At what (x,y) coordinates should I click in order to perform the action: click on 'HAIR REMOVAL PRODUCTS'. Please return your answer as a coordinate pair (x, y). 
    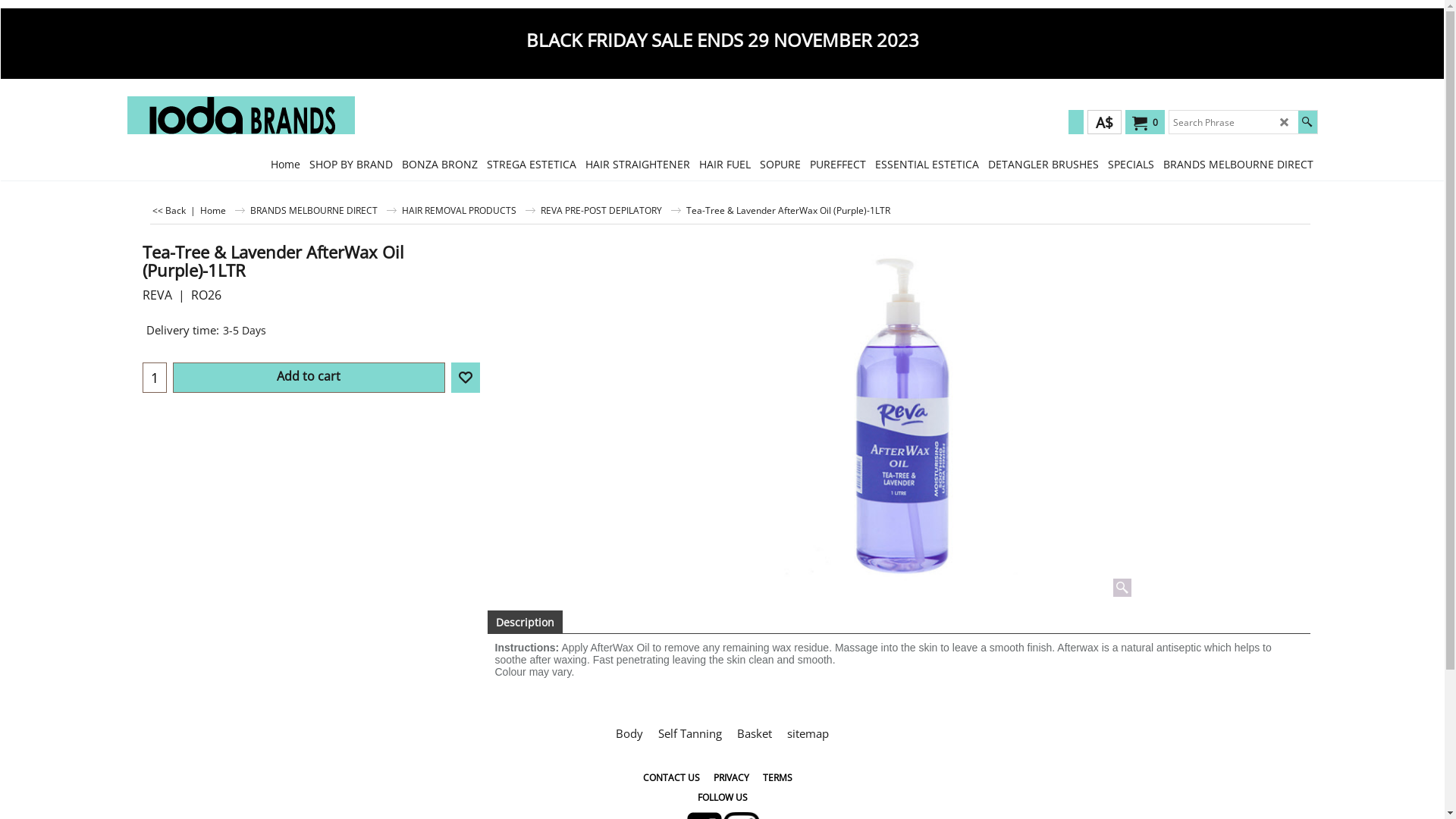
    Looking at the image, I should click on (401, 210).